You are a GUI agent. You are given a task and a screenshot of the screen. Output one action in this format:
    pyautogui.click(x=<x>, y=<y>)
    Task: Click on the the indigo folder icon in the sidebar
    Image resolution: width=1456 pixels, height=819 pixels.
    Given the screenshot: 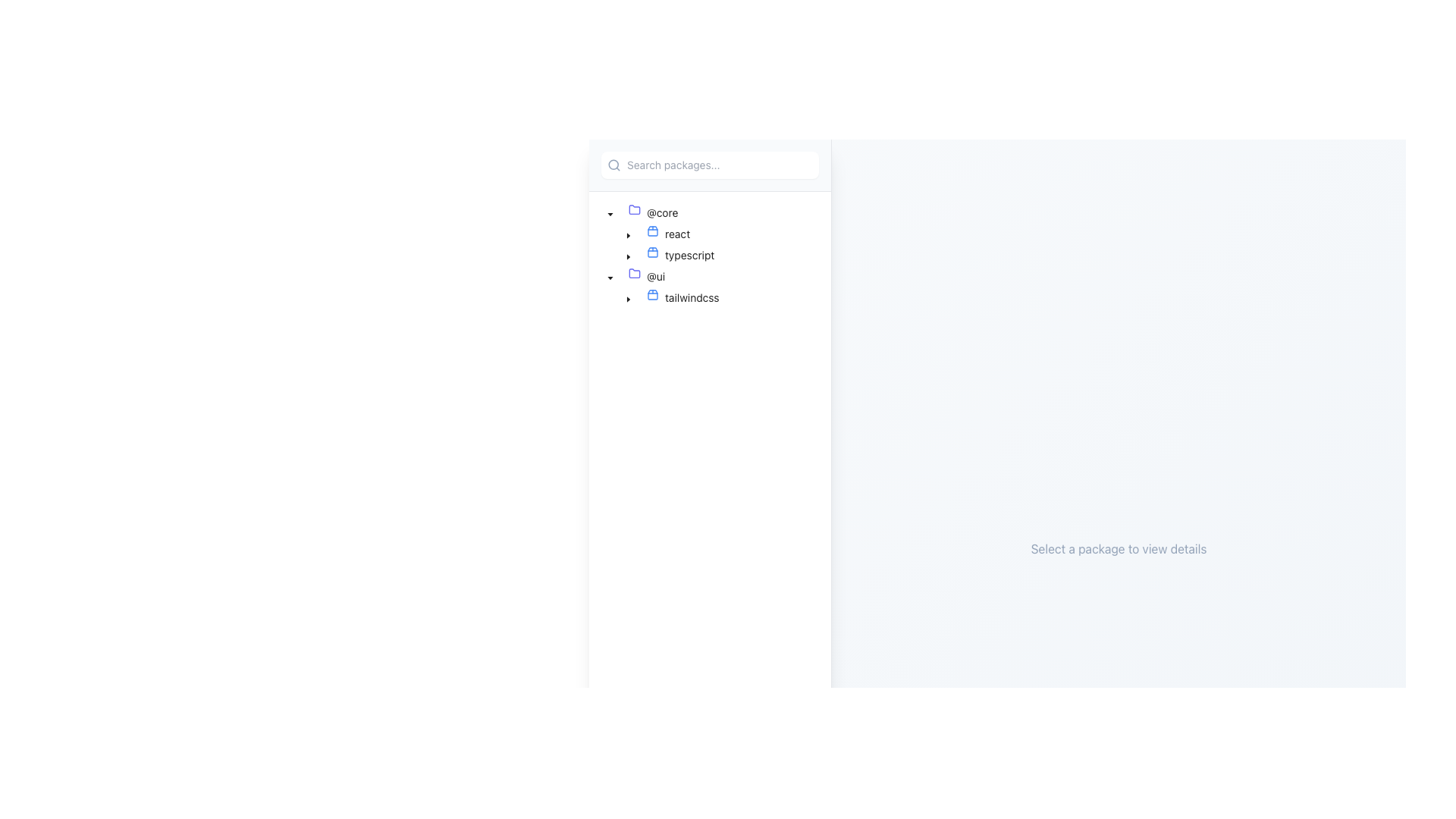 What is the action you would take?
    pyautogui.click(x=634, y=274)
    